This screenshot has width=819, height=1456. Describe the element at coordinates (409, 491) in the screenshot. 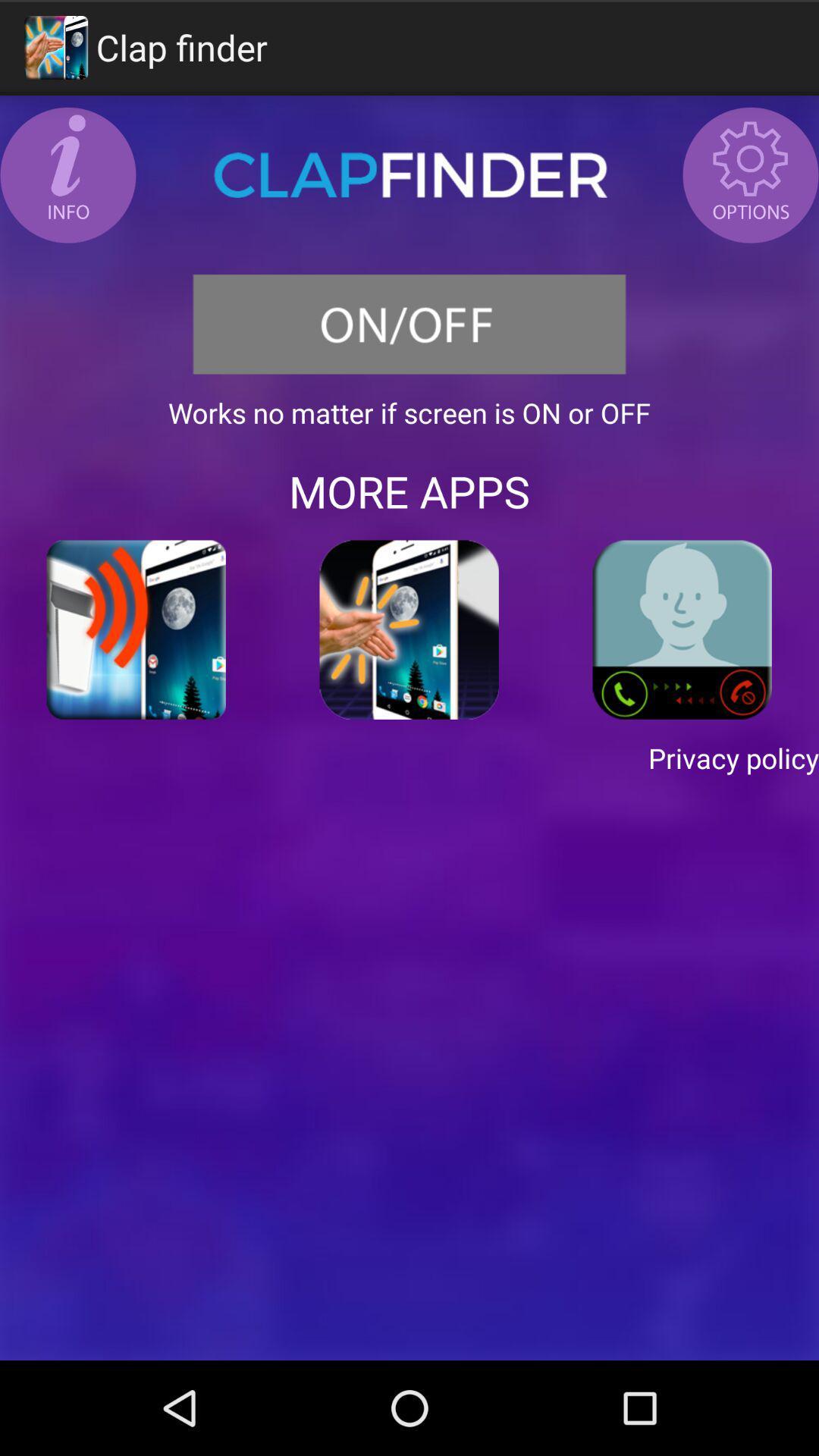

I see `the more apps app` at that location.